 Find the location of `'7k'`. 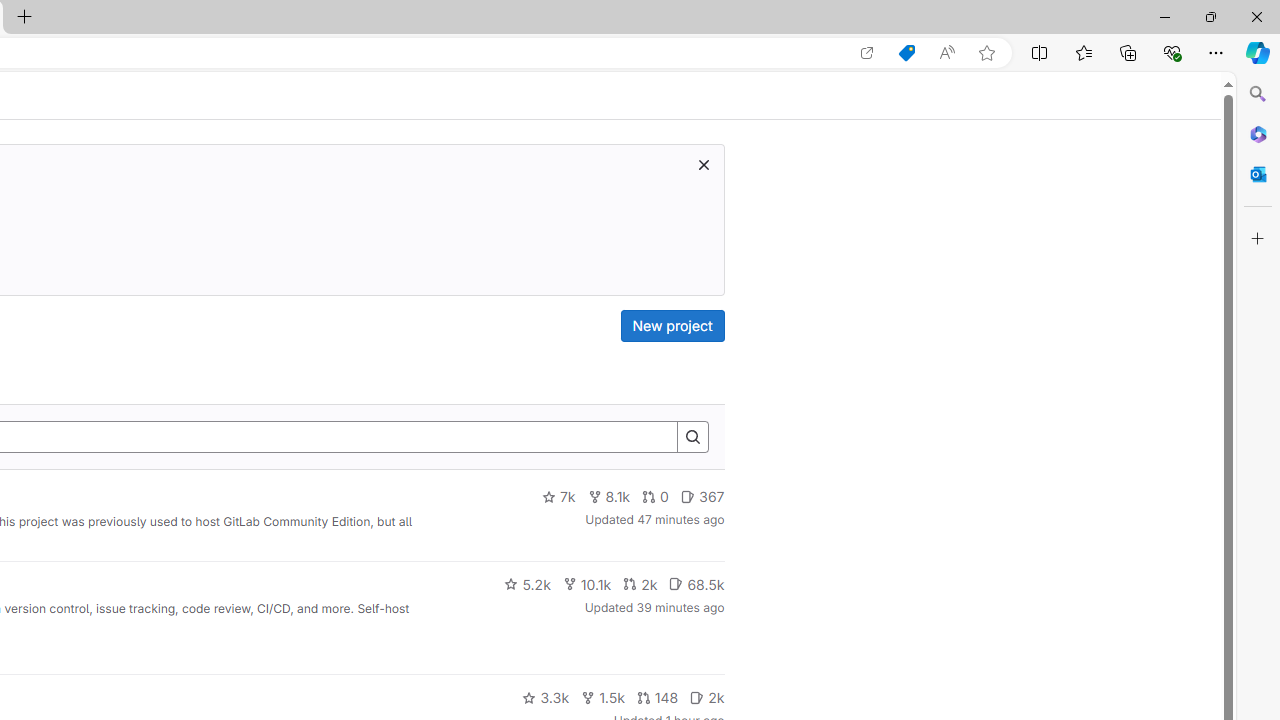

'7k' is located at coordinates (558, 496).